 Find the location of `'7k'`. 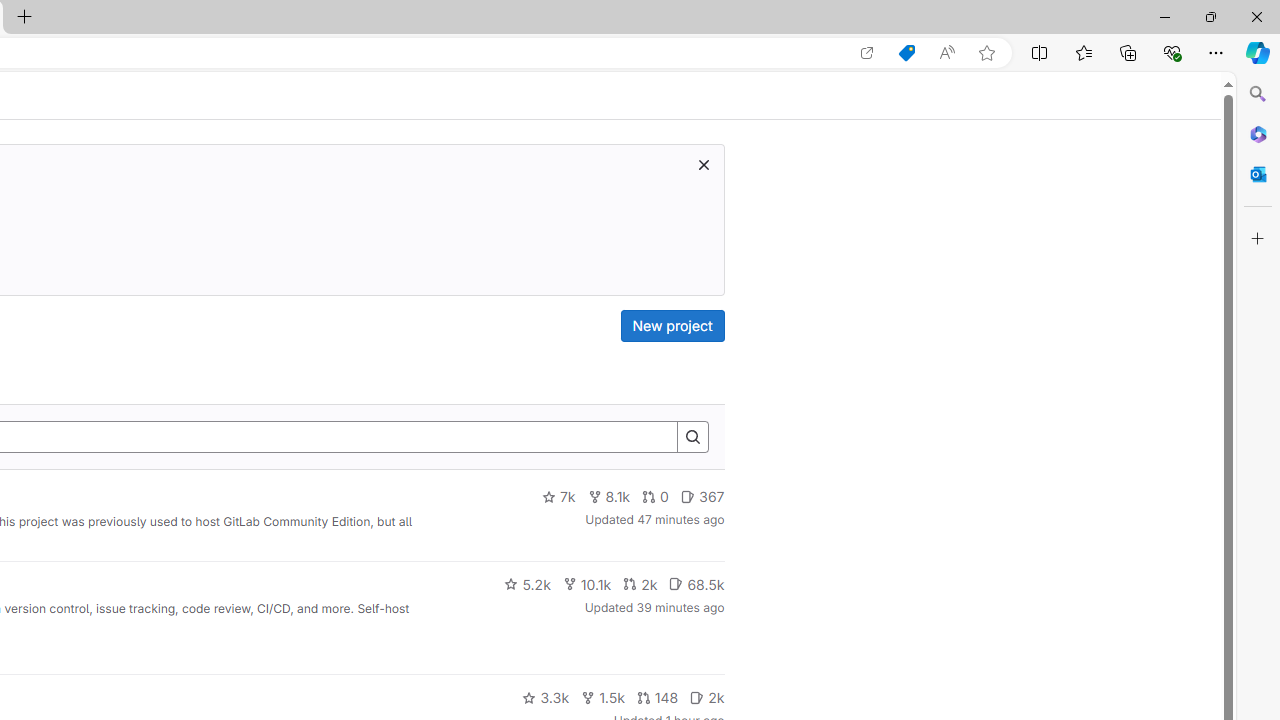

'7k' is located at coordinates (558, 496).